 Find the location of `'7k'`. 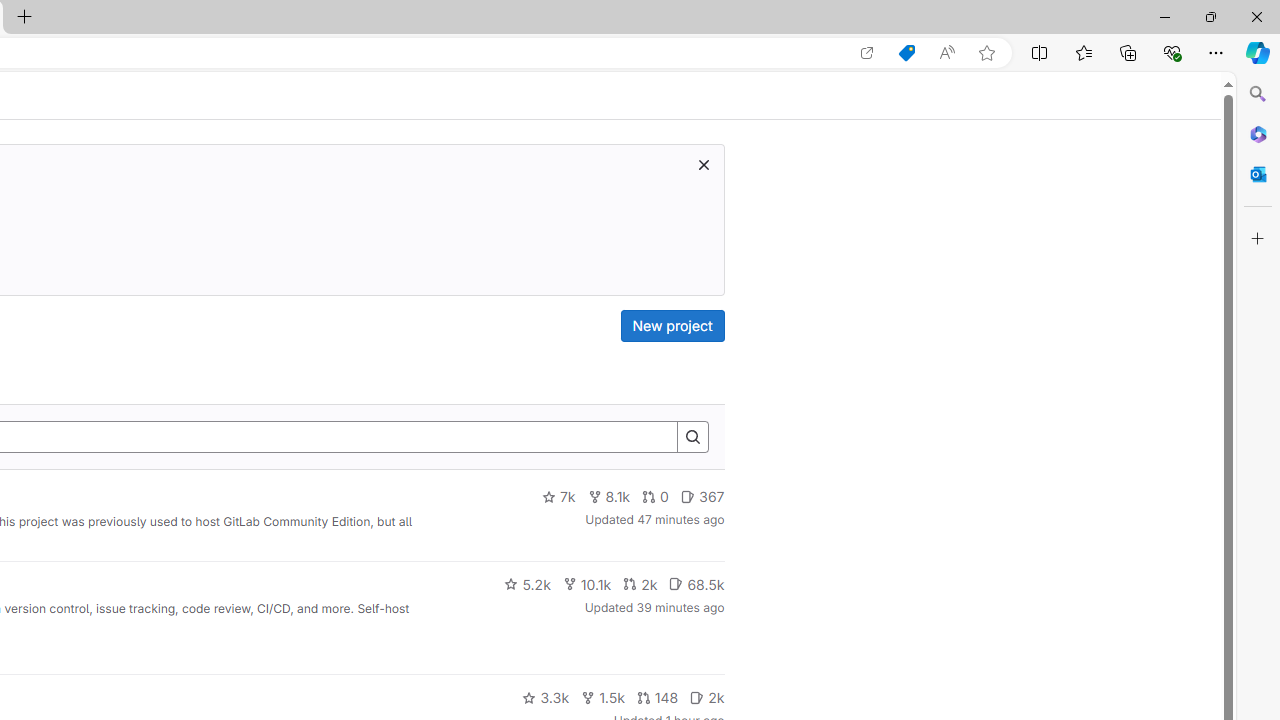

'7k' is located at coordinates (558, 496).